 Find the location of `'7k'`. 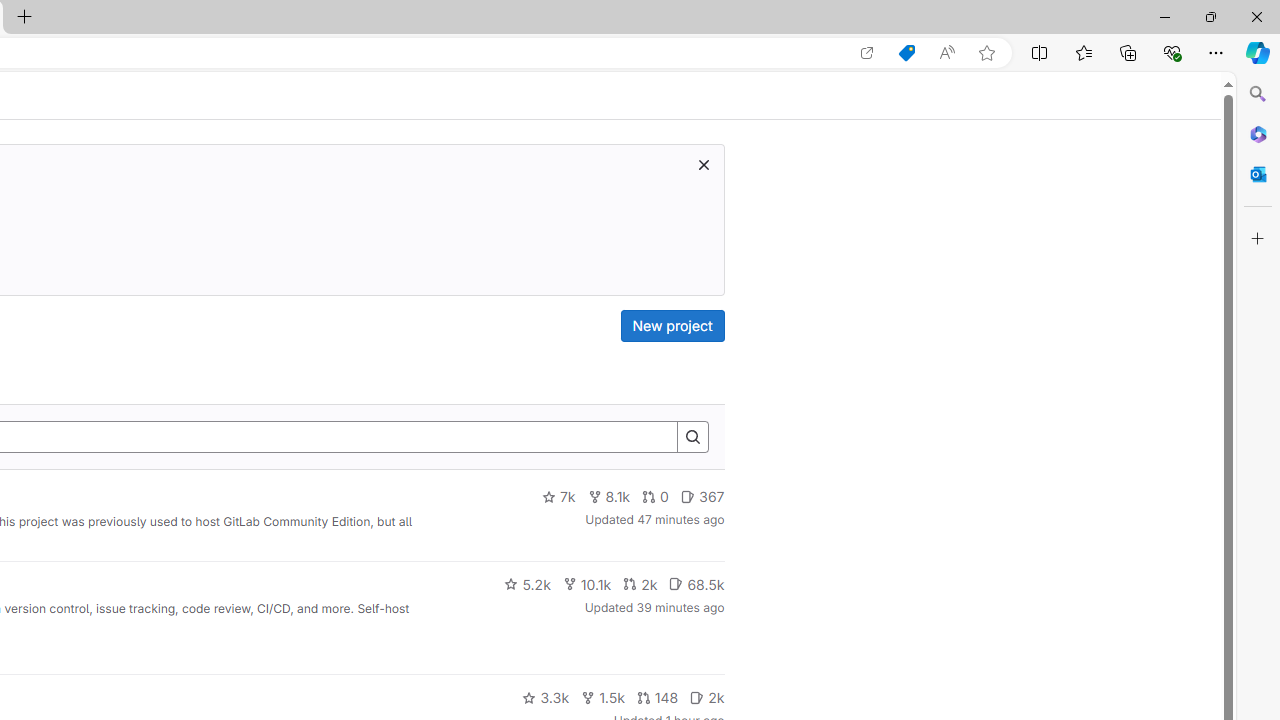

'7k' is located at coordinates (558, 496).